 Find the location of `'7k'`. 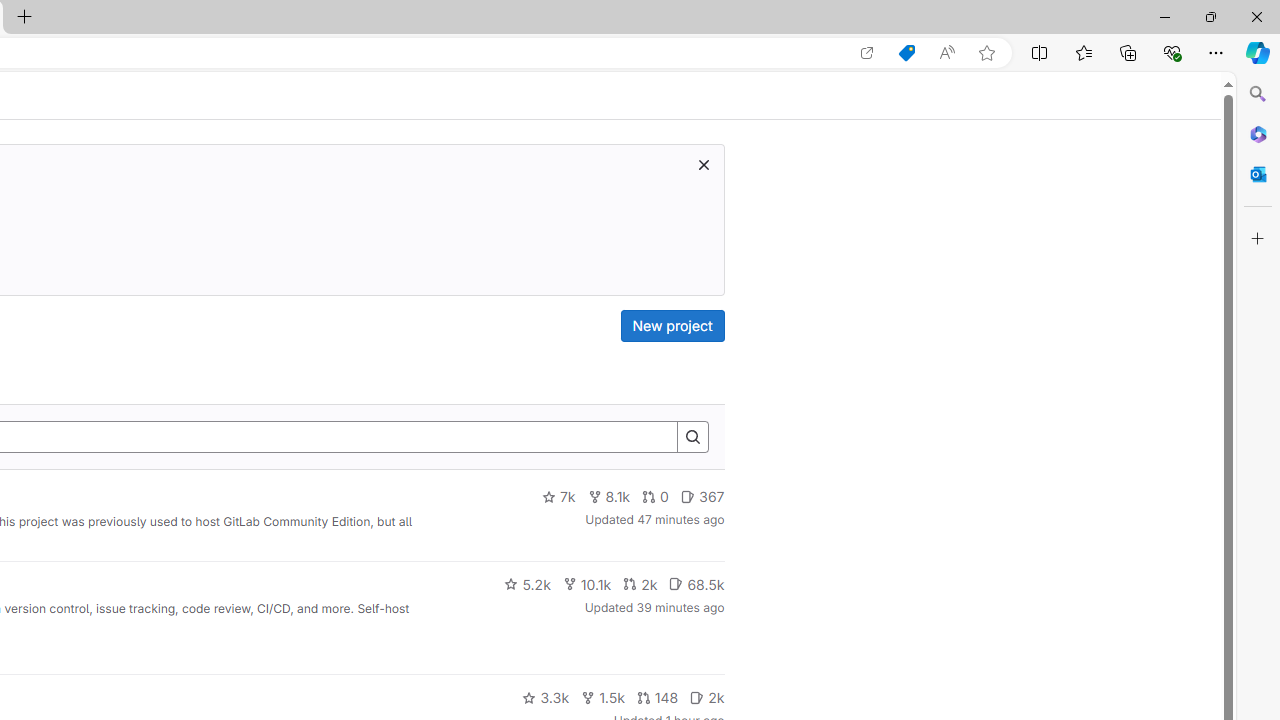

'7k' is located at coordinates (558, 496).